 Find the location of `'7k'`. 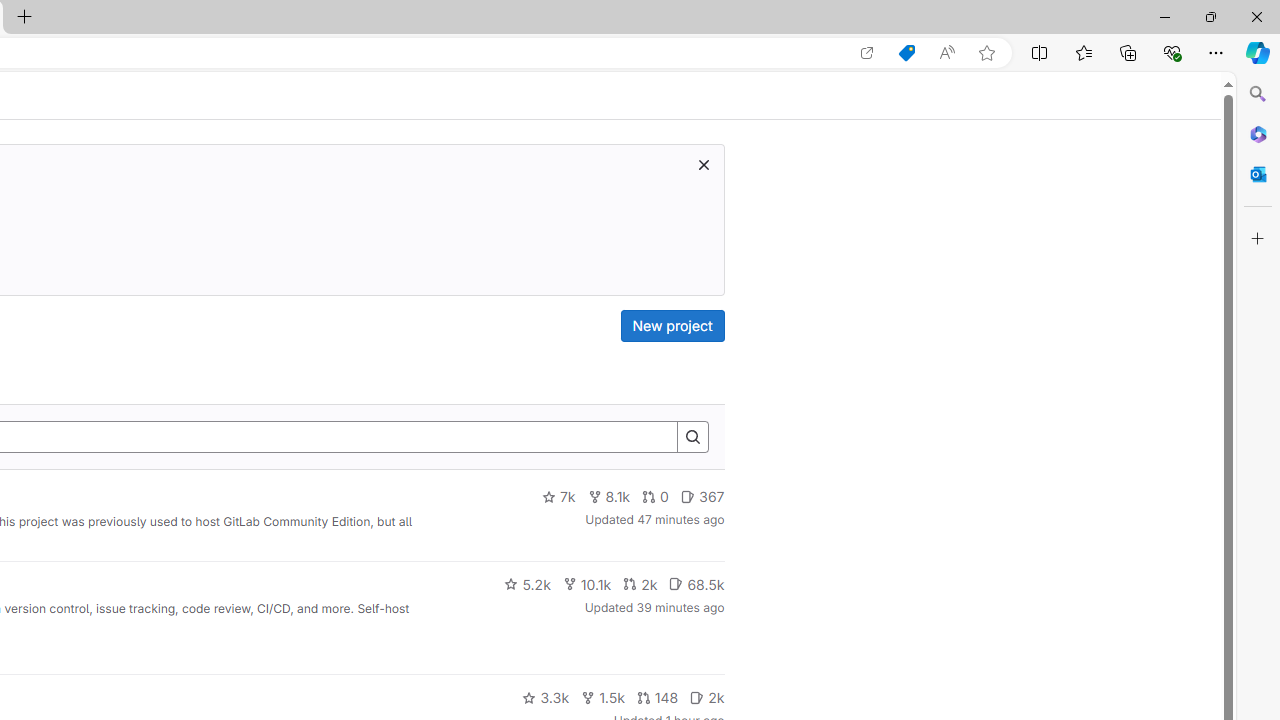

'7k' is located at coordinates (558, 496).